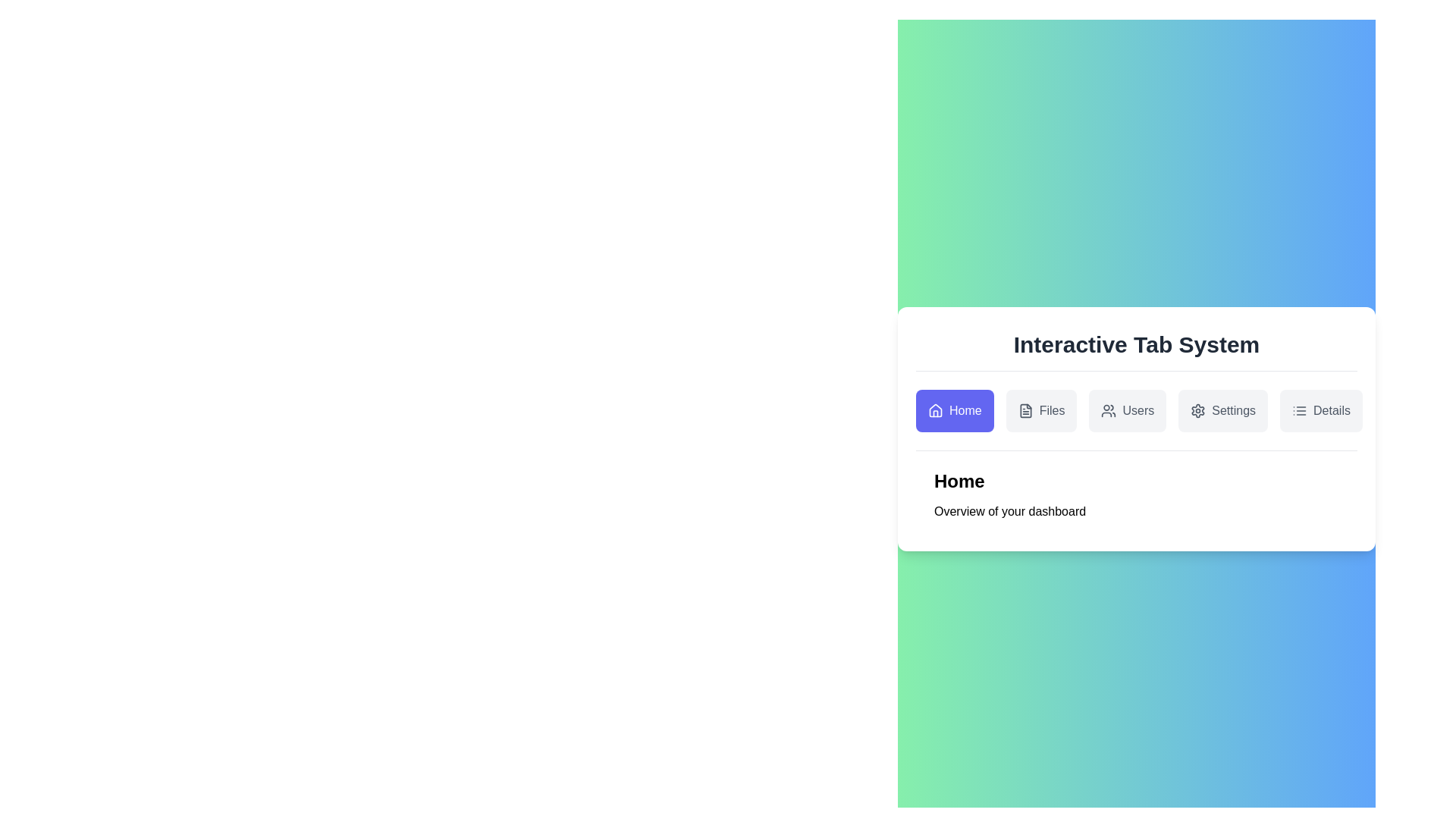 This screenshot has width=1456, height=819. Describe the element at coordinates (1197, 411) in the screenshot. I see `the 'Settings' icon located to the left of the text 'Settings' in the tab navigation bar` at that location.